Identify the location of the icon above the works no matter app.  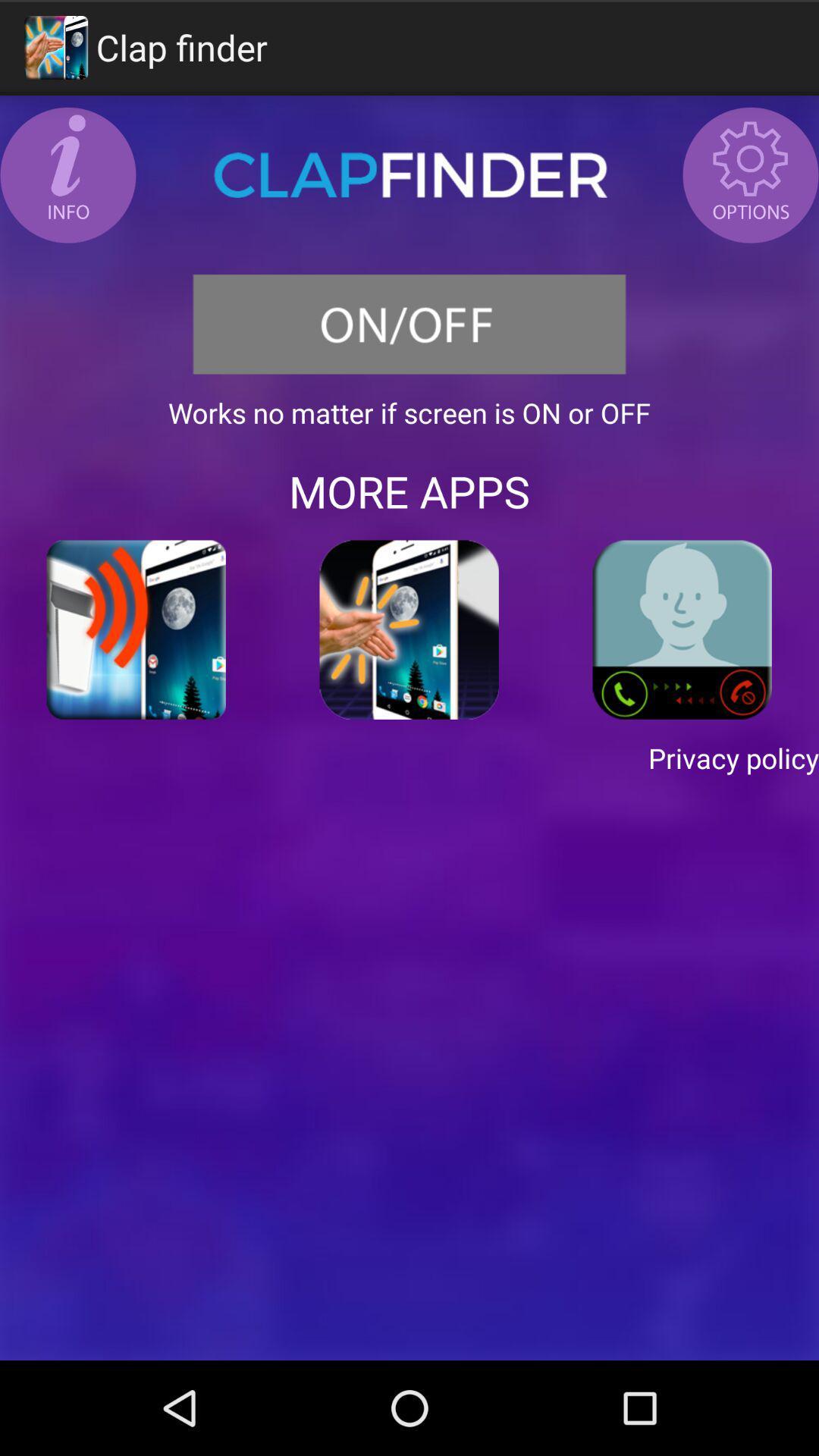
(409, 323).